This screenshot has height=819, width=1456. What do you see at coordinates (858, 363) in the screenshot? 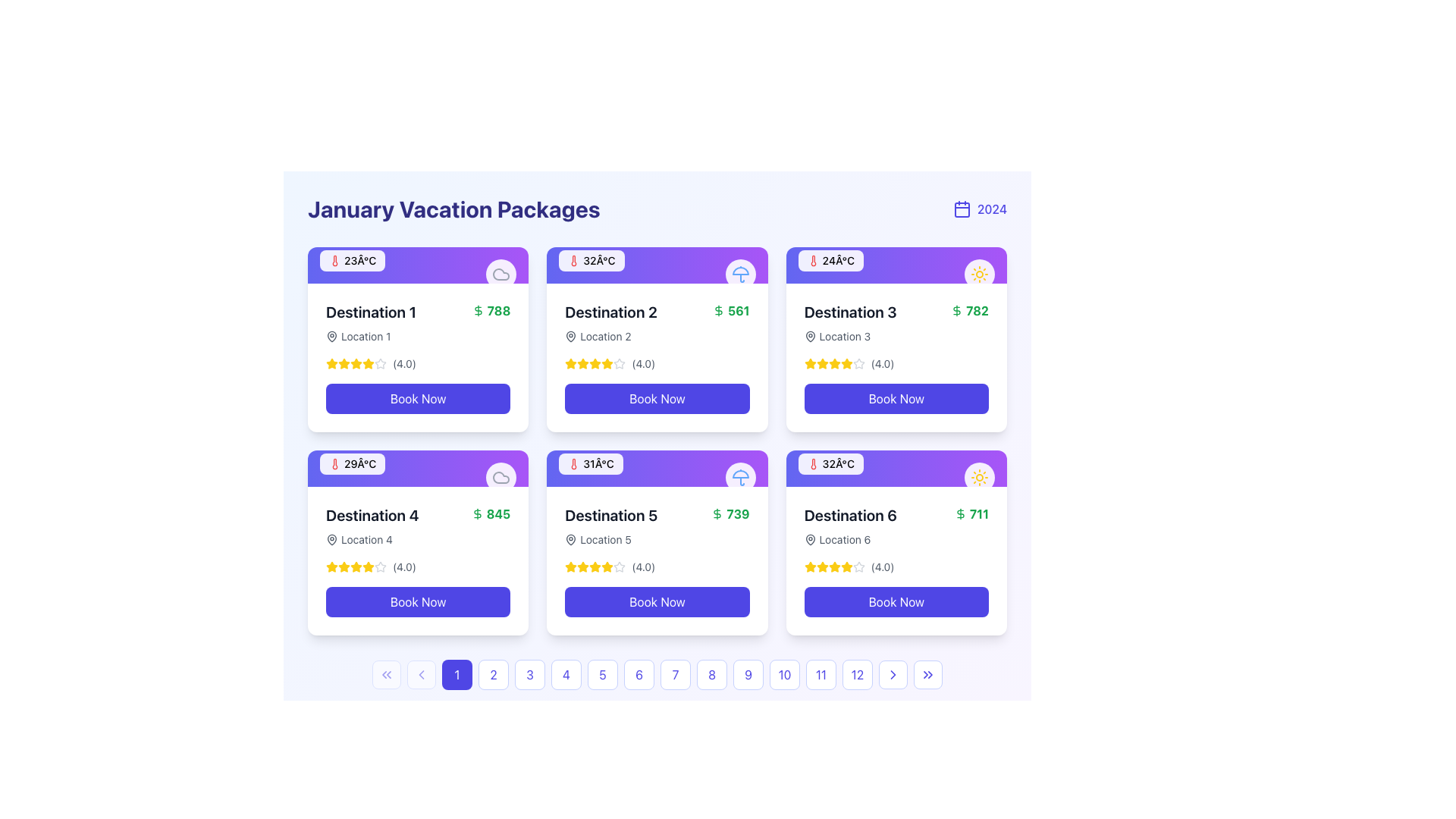
I see `across the rating stars below 'Destination 3'` at bounding box center [858, 363].